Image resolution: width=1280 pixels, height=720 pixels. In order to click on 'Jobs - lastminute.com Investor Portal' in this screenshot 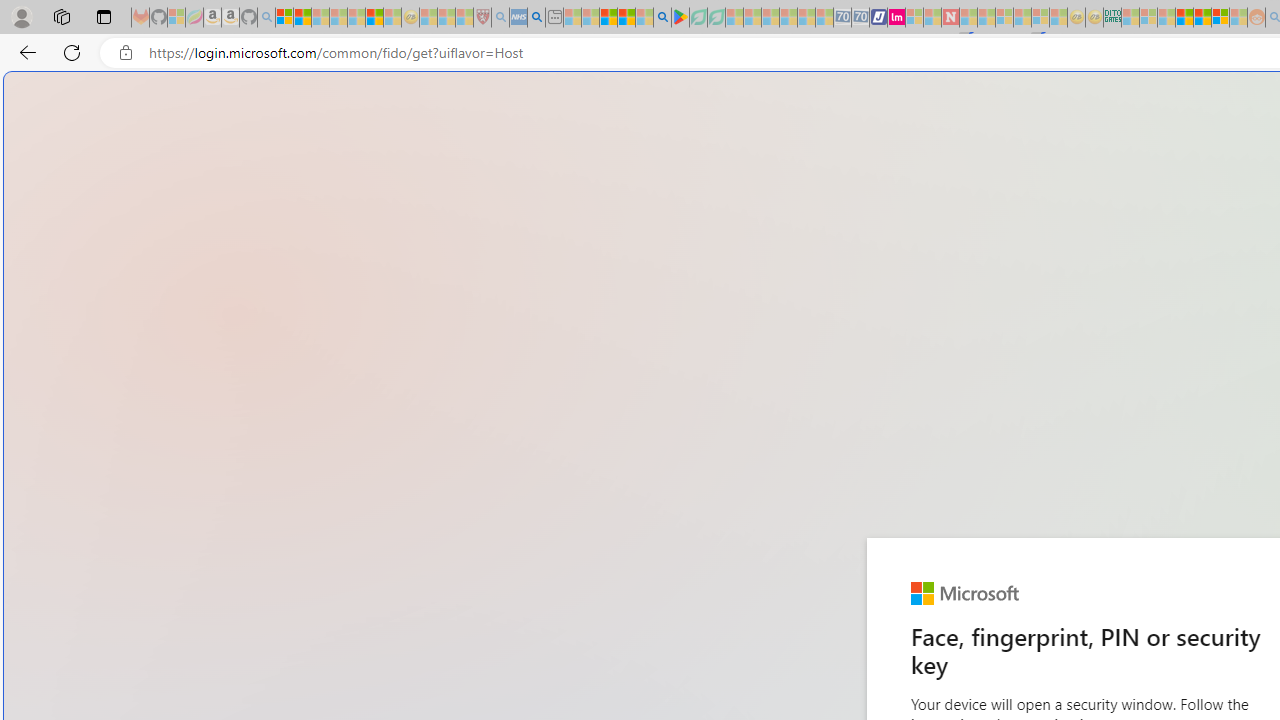, I will do `click(895, 17)`.